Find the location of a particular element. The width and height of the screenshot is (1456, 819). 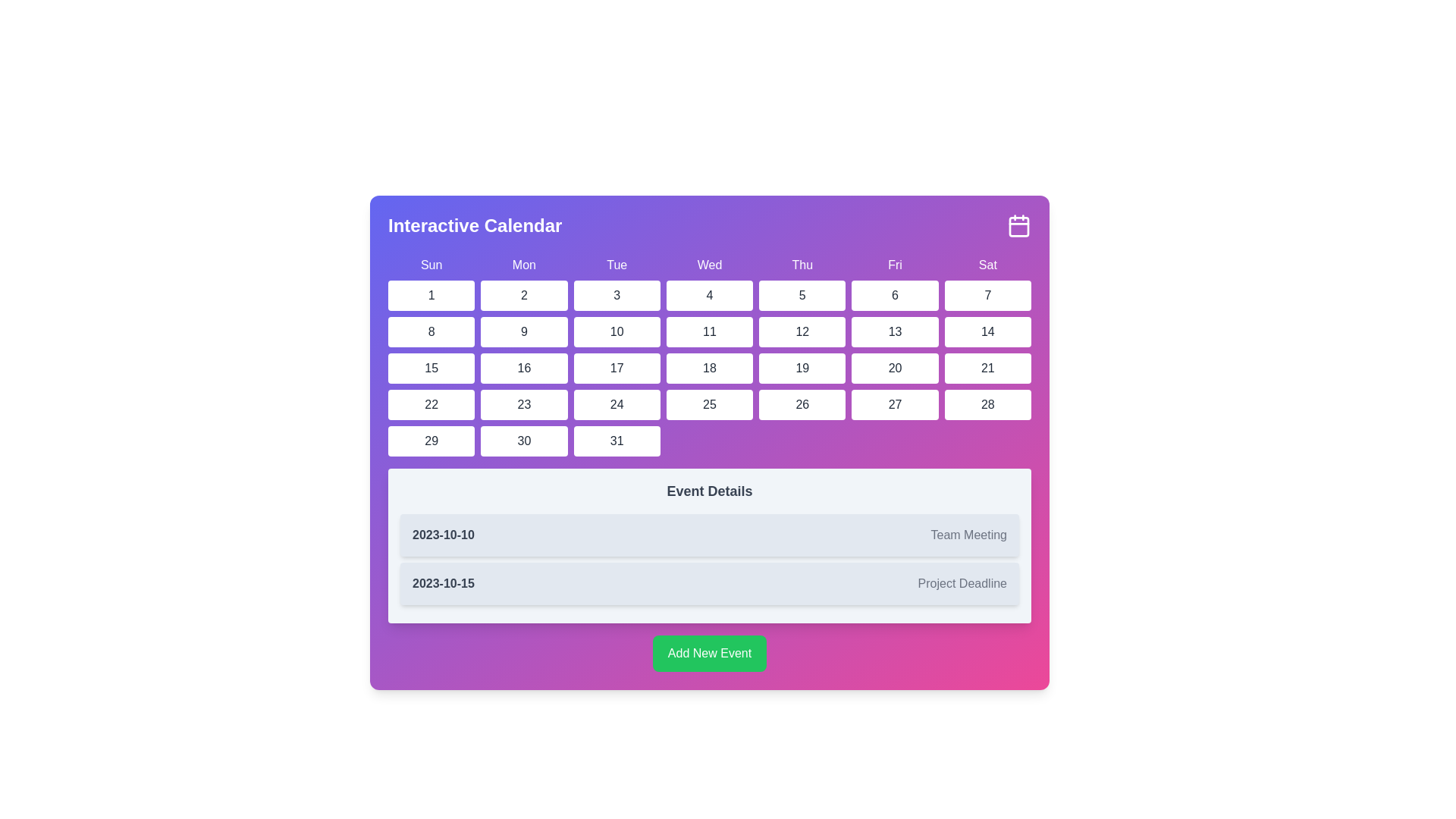

the text label indicating the project deadline in the 'Event Details' section, located to the right of the date '2023-10-15' is located at coordinates (962, 583).